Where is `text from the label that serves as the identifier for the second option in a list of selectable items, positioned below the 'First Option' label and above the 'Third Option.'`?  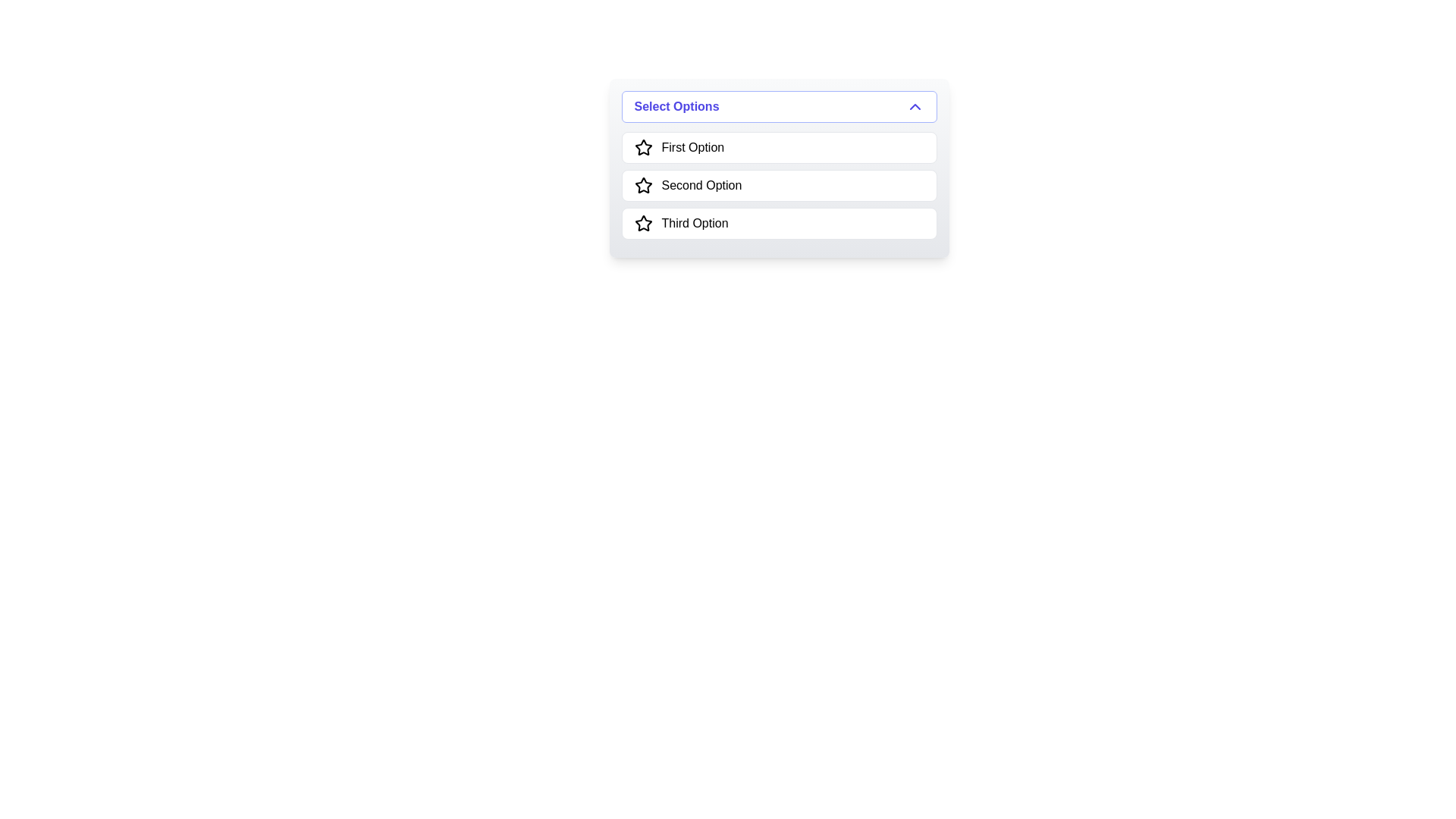 text from the label that serves as the identifier for the second option in a list of selectable items, positioned below the 'First Option' label and above the 'Third Option.' is located at coordinates (701, 185).